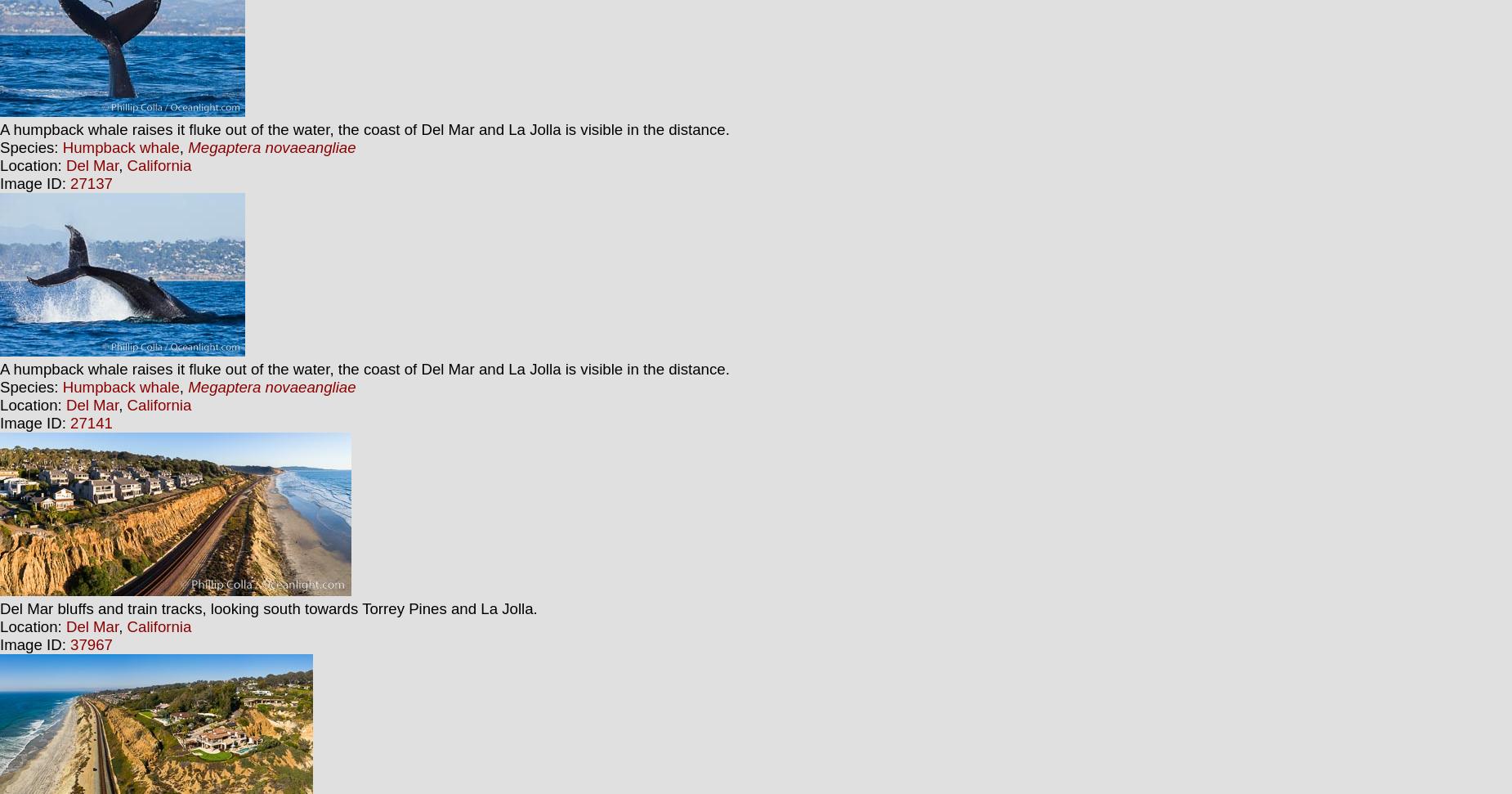  I want to click on '27137', so click(90, 183).